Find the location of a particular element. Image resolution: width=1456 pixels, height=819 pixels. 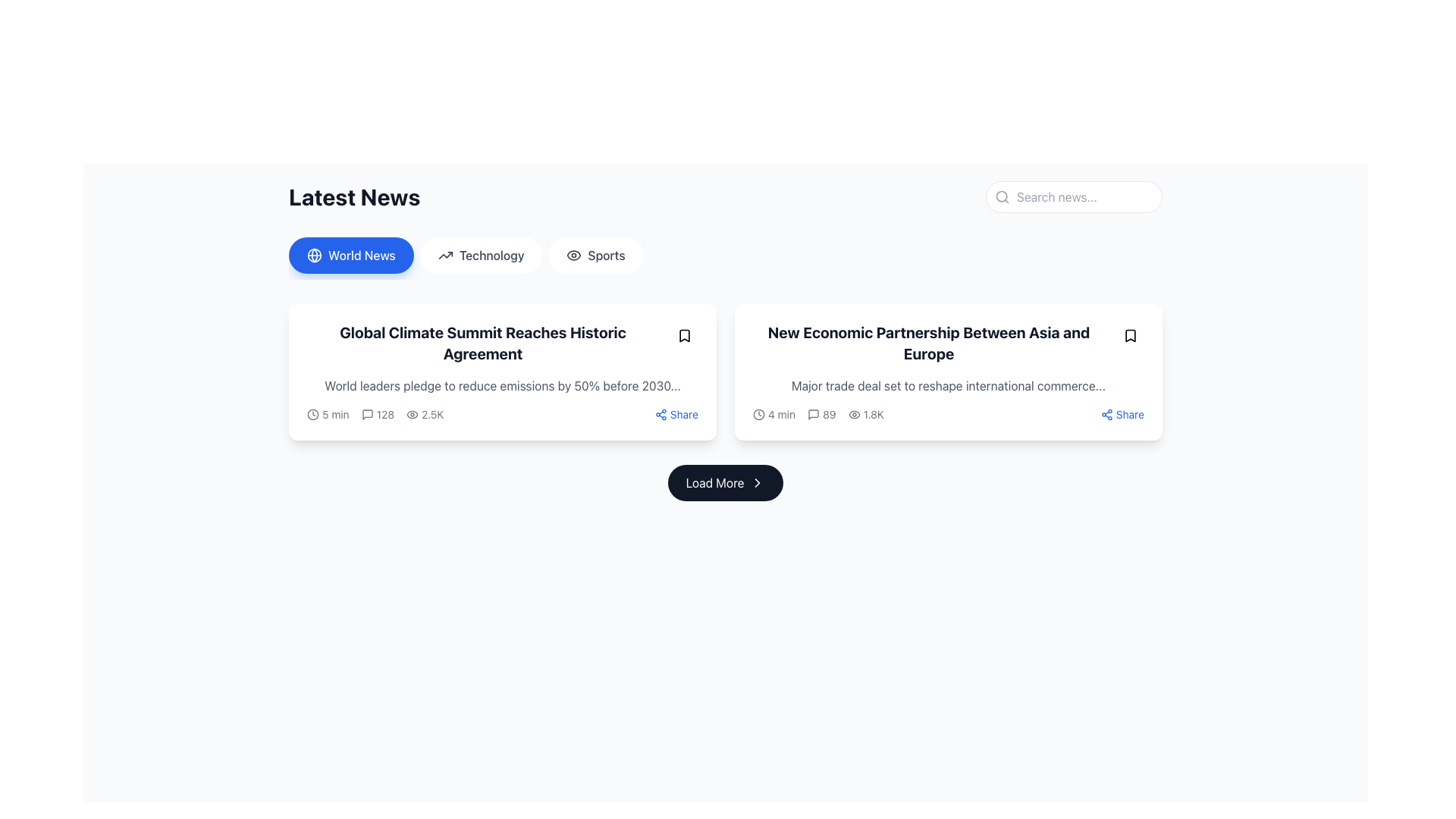

the Duration indicator displaying '4 min' with a clock icon, located at the lower-left corner of the article card for 'New Economic Partnership Between Asia and Europe' is located at coordinates (774, 415).